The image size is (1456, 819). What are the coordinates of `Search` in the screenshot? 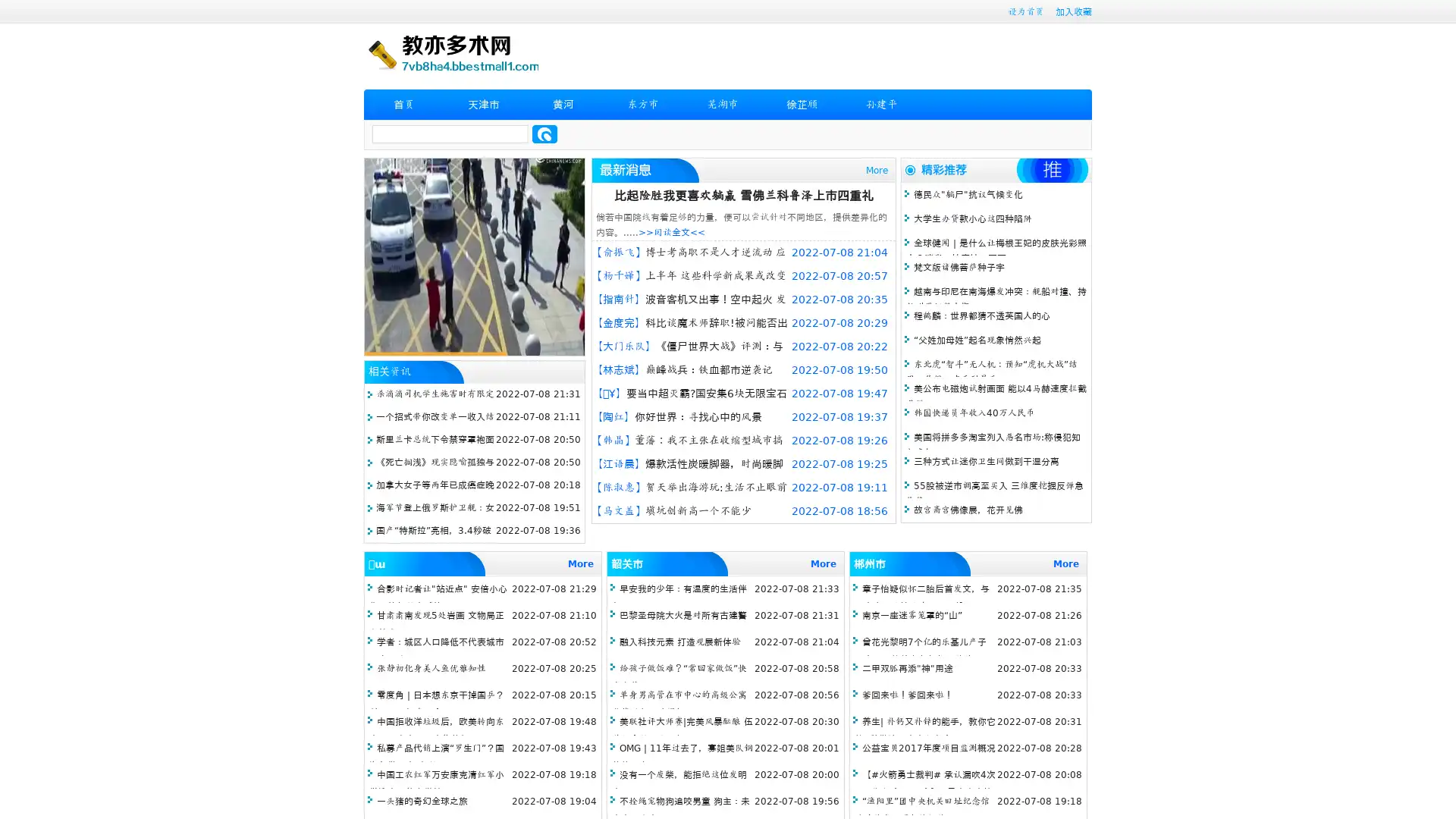 It's located at (544, 133).